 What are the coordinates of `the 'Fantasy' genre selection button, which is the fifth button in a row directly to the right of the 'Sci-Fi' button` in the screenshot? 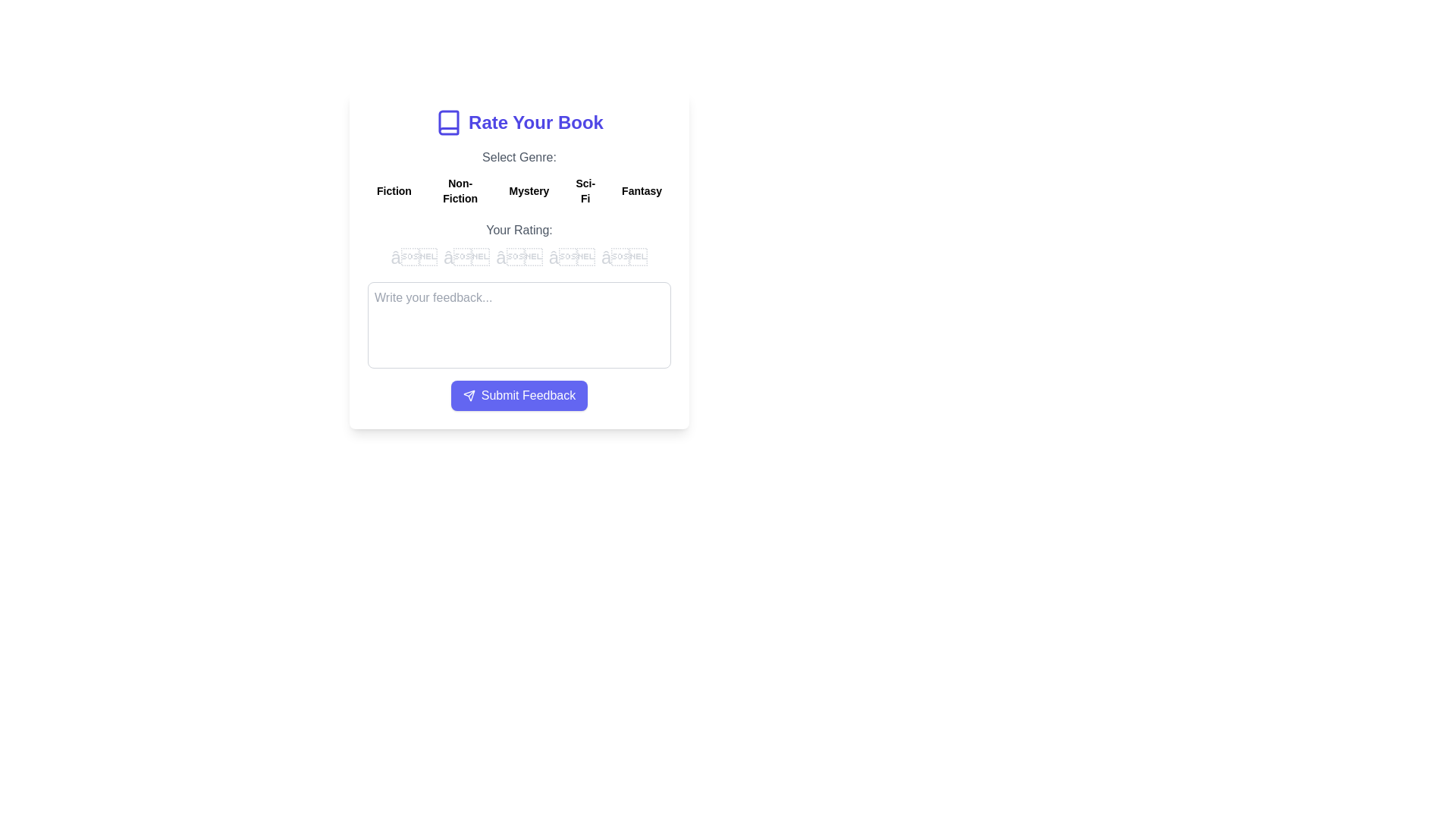 It's located at (642, 190).